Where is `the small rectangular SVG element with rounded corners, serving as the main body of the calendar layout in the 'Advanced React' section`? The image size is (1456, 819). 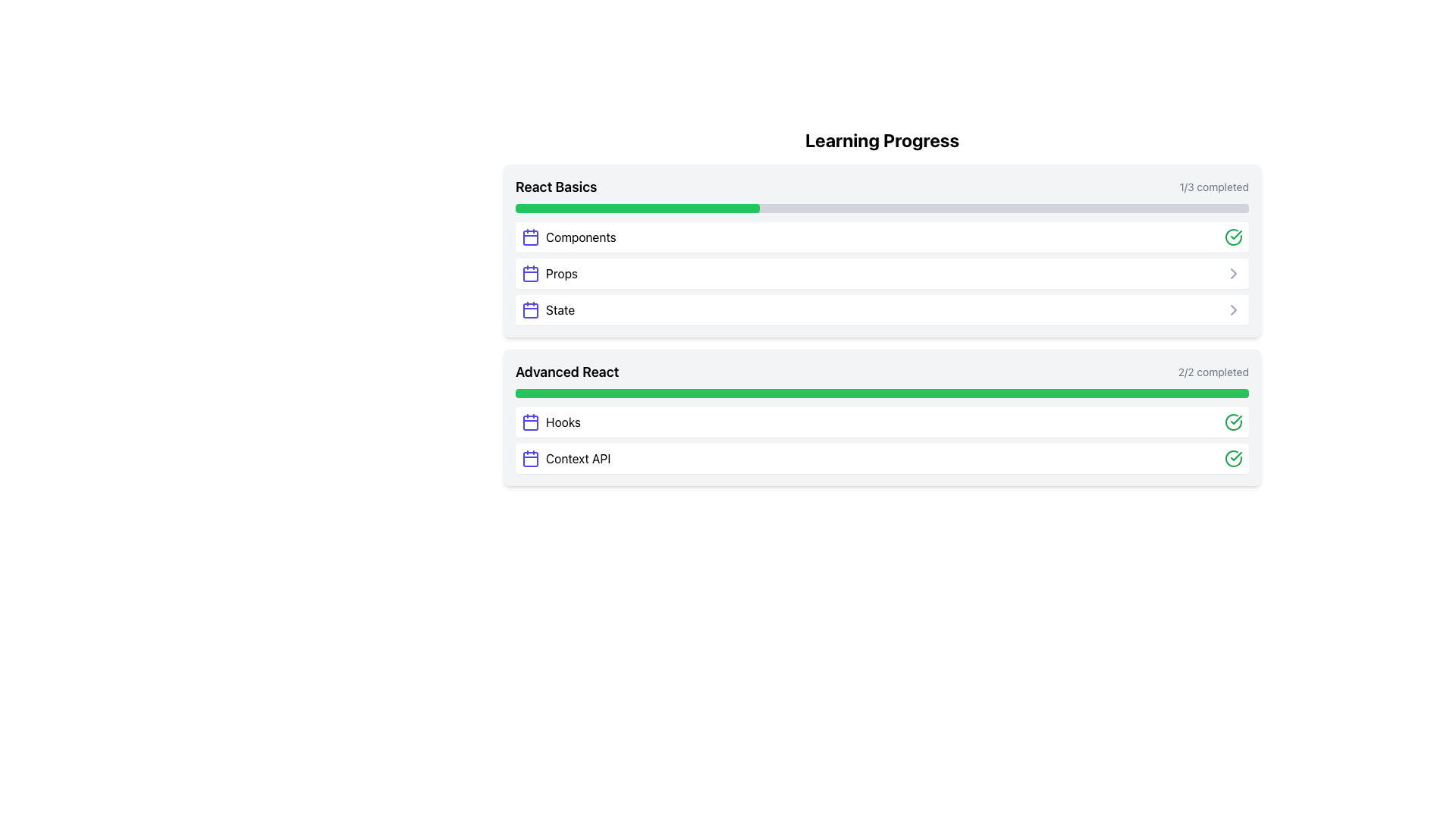
the small rectangular SVG element with rounded corners, serving as the main body of the calendar layout in the 'Advanced React' section is located at coordinates (531, 423).